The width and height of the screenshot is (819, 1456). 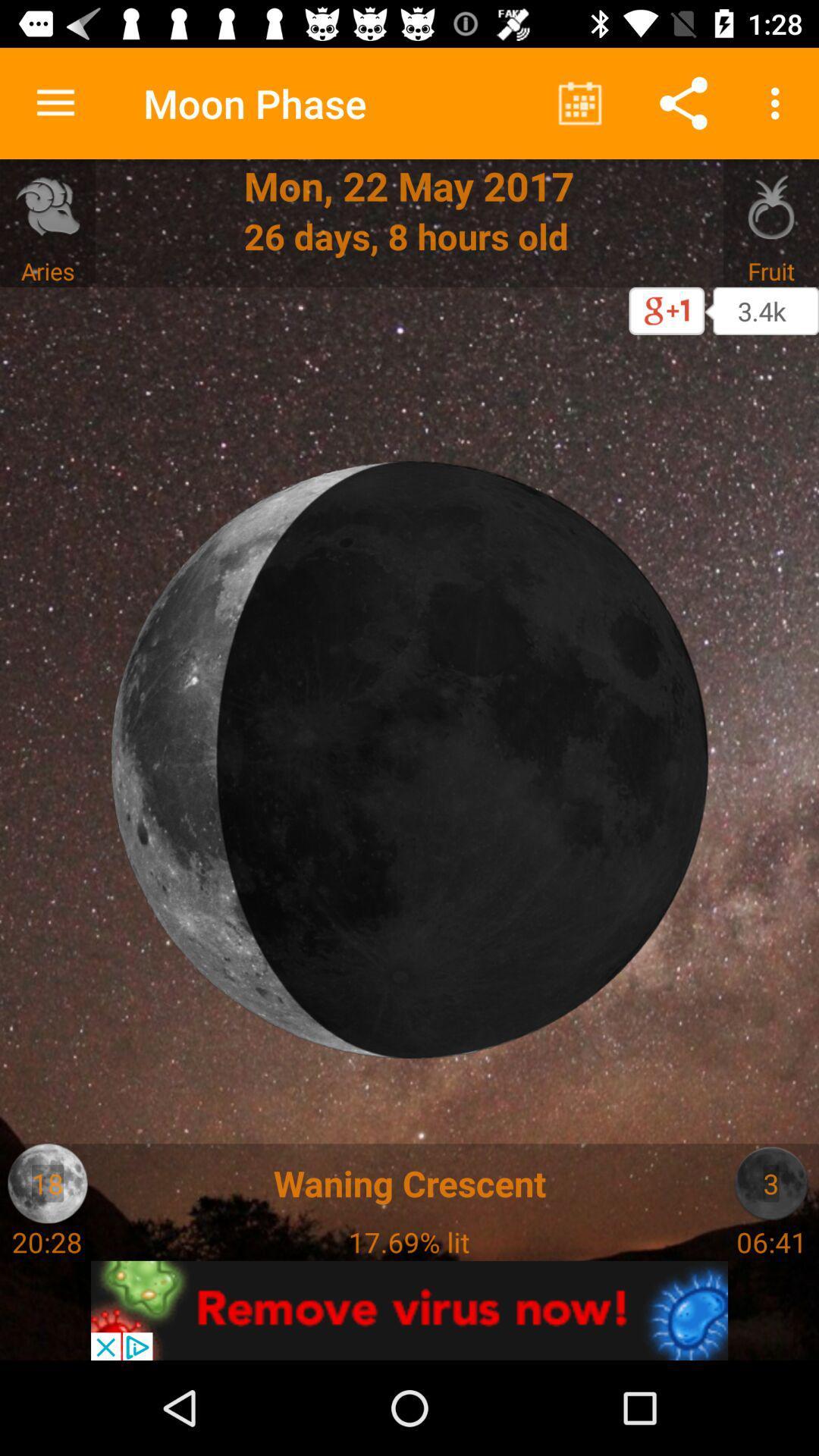 I want to click on side, so click(x=771, y=1182).